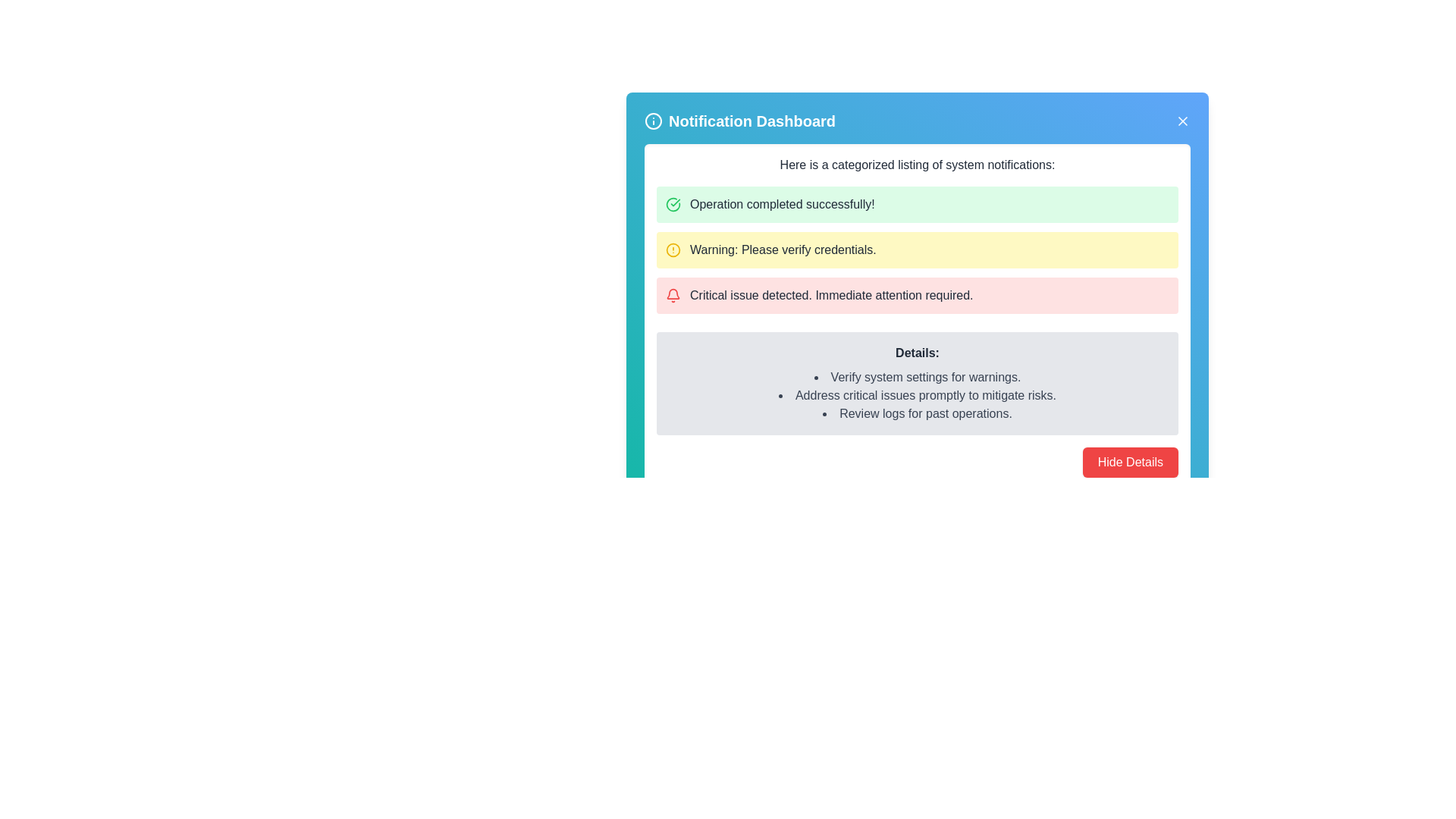 The width and height of the screenshot is (1456, 819). What do you see at coordinates (1182, 120) in the screenshot?
I see `the close button icon located in the top-right corner of the notification panel` at bounding box center [1182, 120].